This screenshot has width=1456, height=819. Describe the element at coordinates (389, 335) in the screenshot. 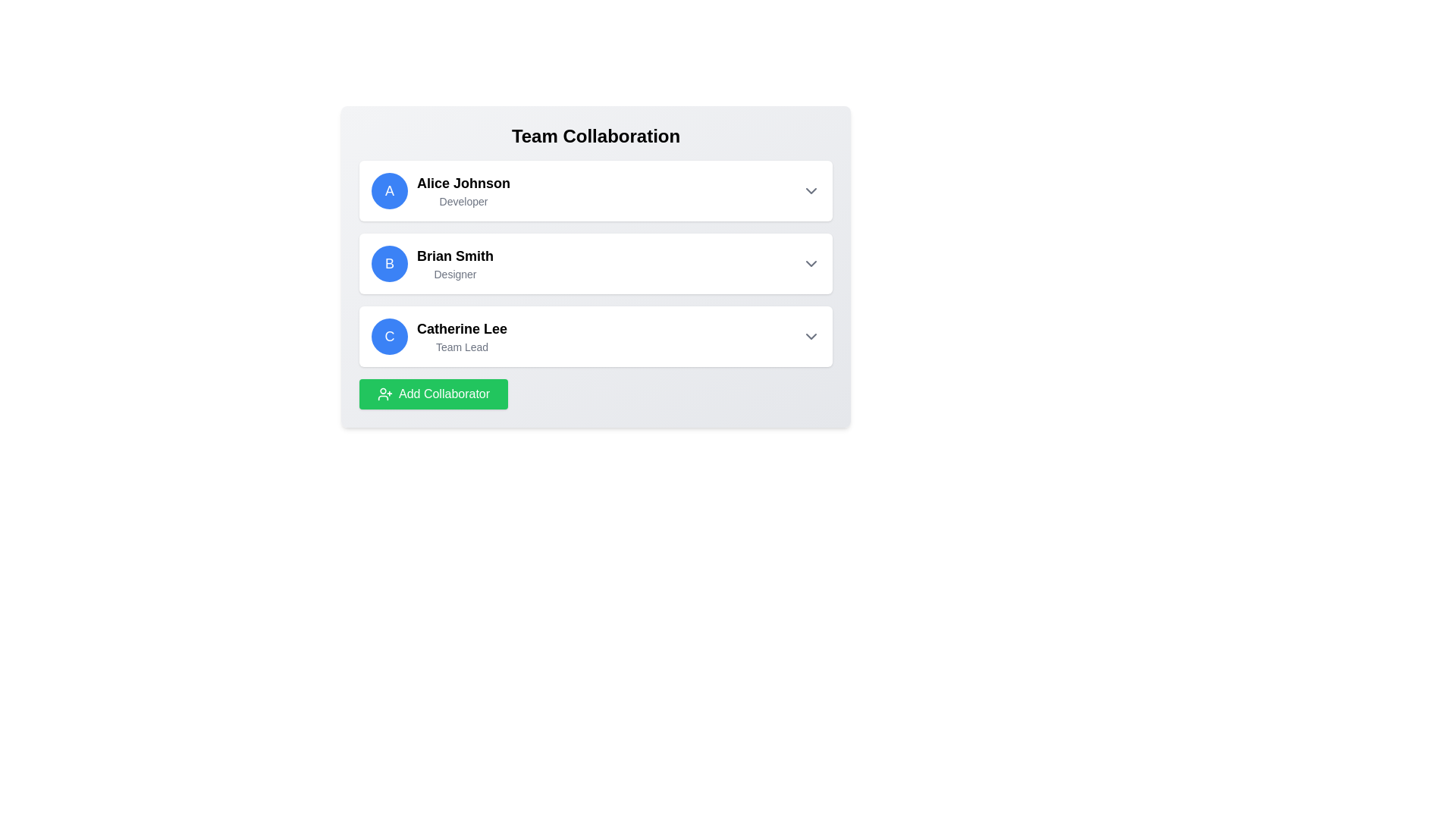

I see `the avatar icon representing user 'Catherine Lee', which is located to the left of her name and title in the 'Team Collaboration' card` at that location.